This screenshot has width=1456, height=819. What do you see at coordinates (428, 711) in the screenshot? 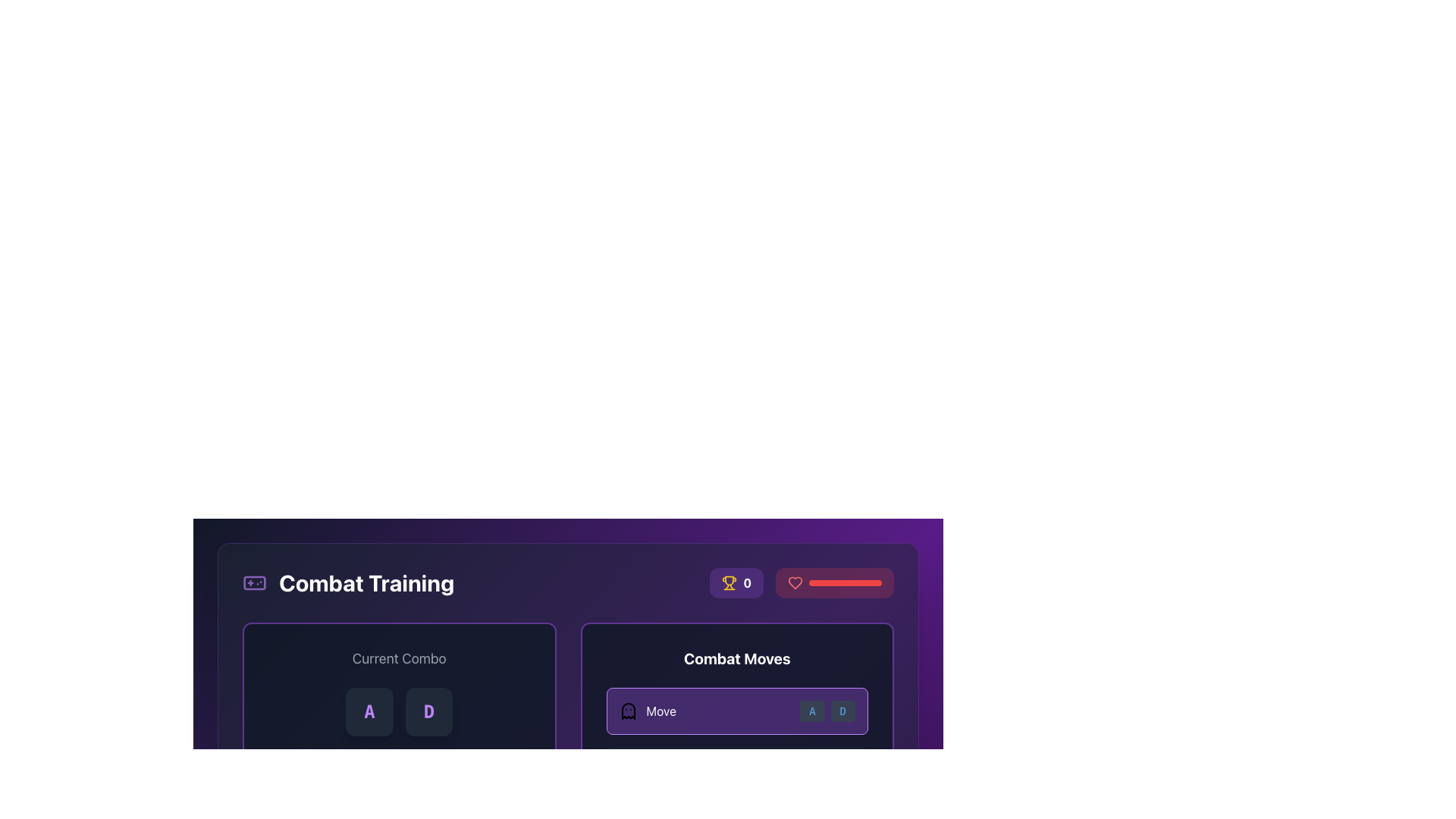
I see `the second button labeled 'D' located under 'Current Combo' in the bottom-center of the interface` at bounding box center [428, 711].